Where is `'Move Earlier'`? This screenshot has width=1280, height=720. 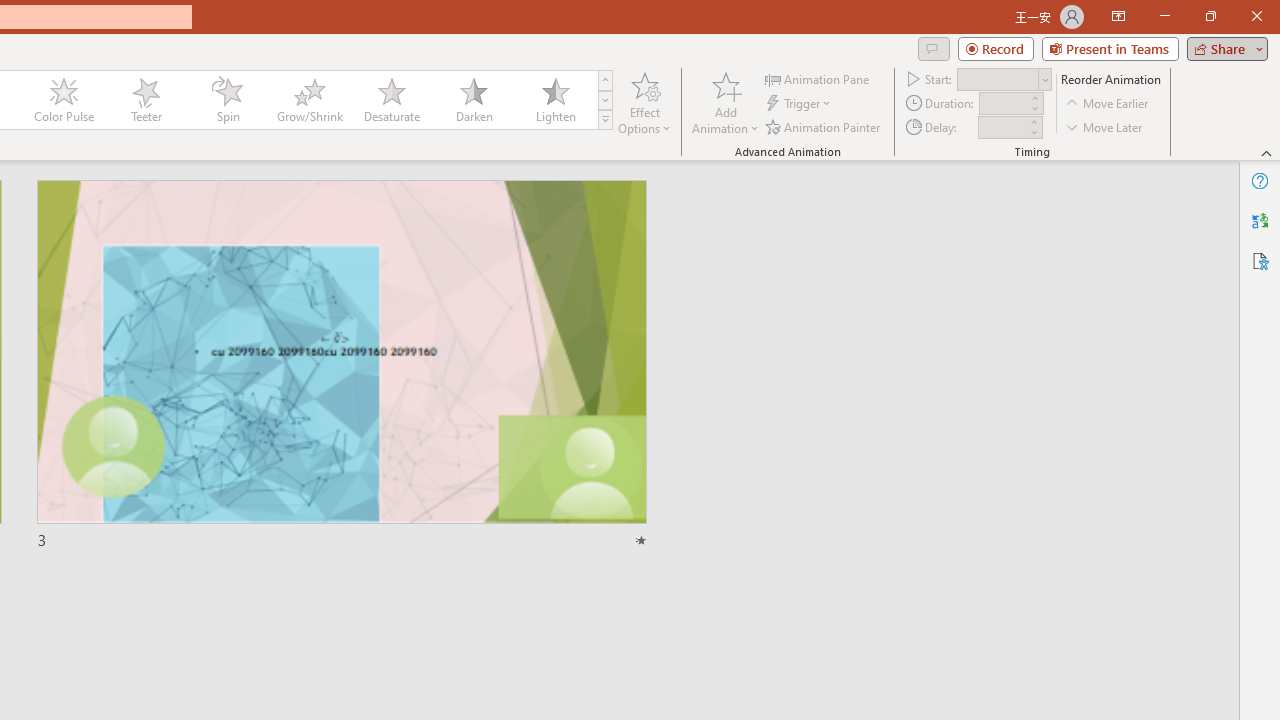
'Move Earlier' is located at coordinates (1106, 103).